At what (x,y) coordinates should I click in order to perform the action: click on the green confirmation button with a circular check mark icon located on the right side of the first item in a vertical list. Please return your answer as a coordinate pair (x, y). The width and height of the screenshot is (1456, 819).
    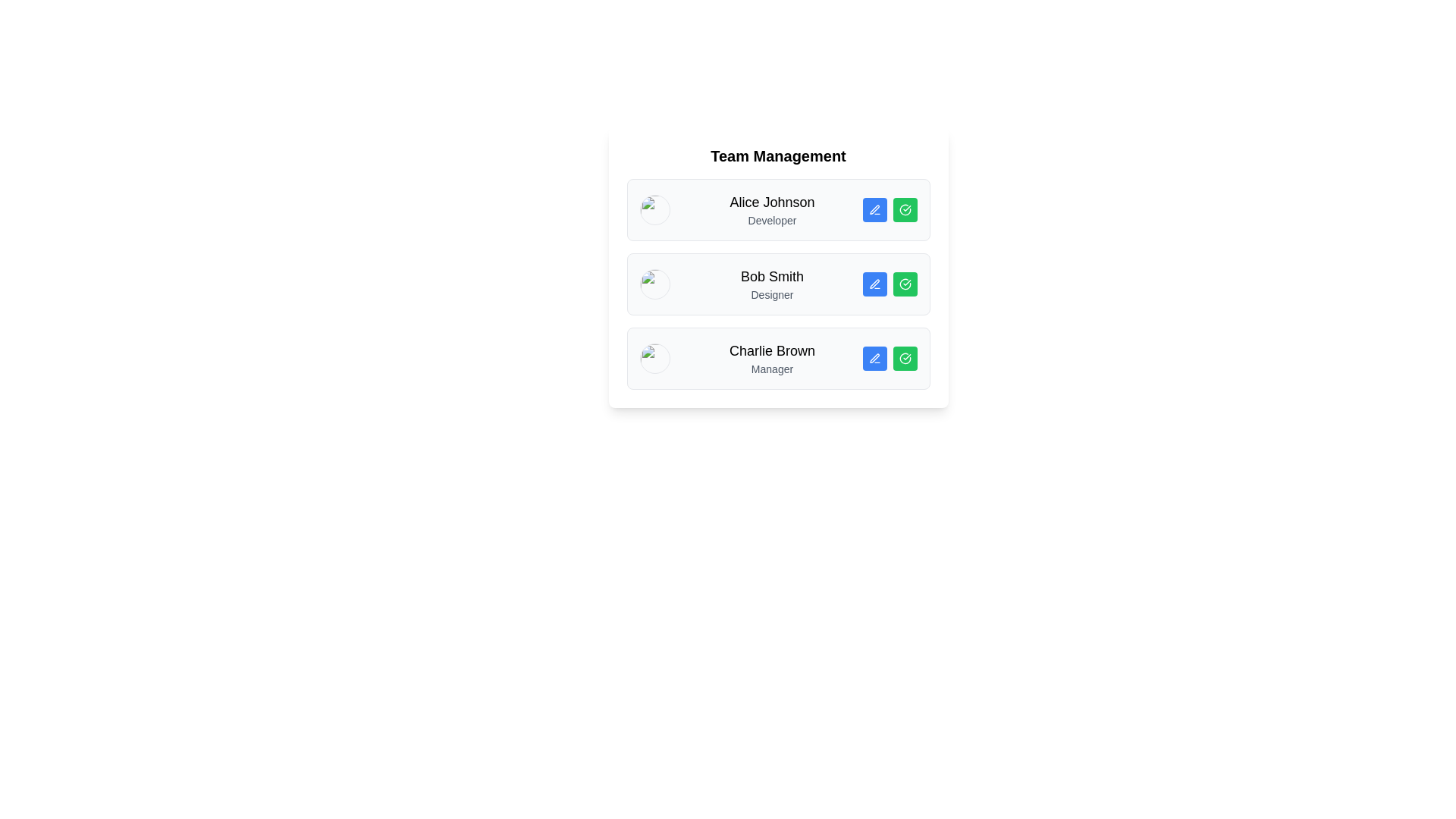
    Looking at the image, I should click on (905, 210).